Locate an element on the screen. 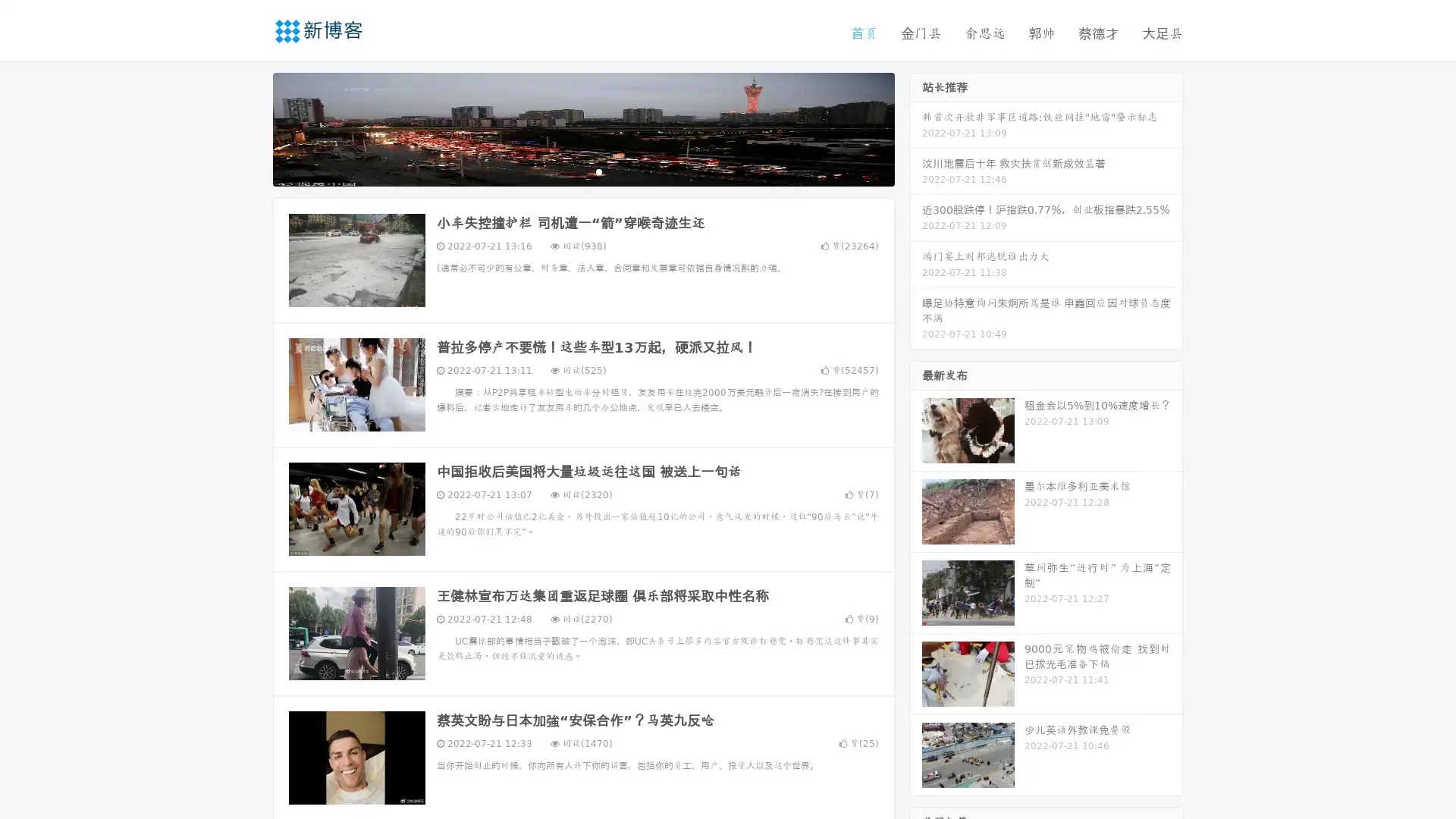 Image resolution: width=1456 pixels, height=819 pixels. Next slide is located at coordinates (916, 127).